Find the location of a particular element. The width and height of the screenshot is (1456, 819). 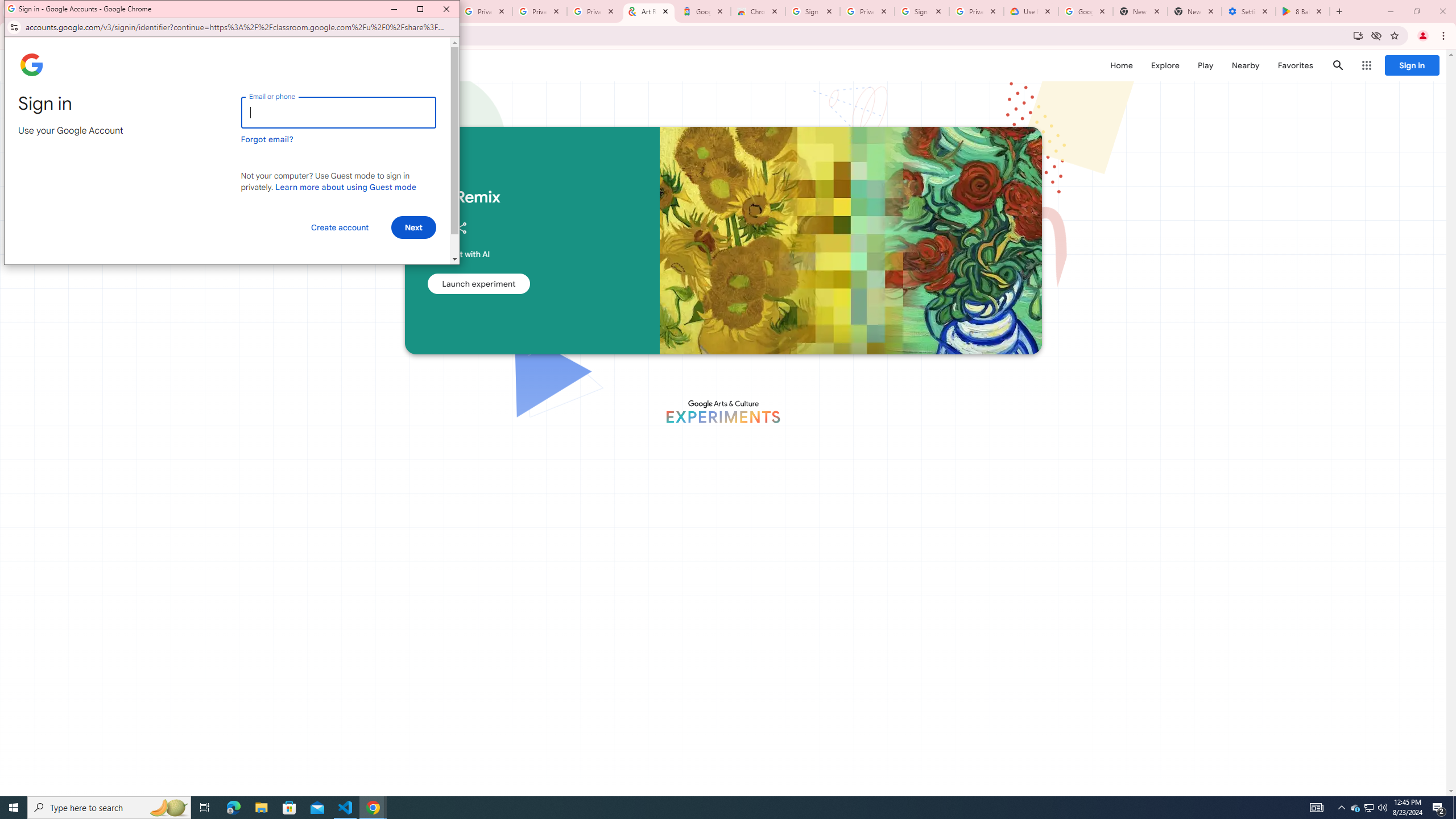

'Privacy Checkup' is located at coordinates (593, 11).